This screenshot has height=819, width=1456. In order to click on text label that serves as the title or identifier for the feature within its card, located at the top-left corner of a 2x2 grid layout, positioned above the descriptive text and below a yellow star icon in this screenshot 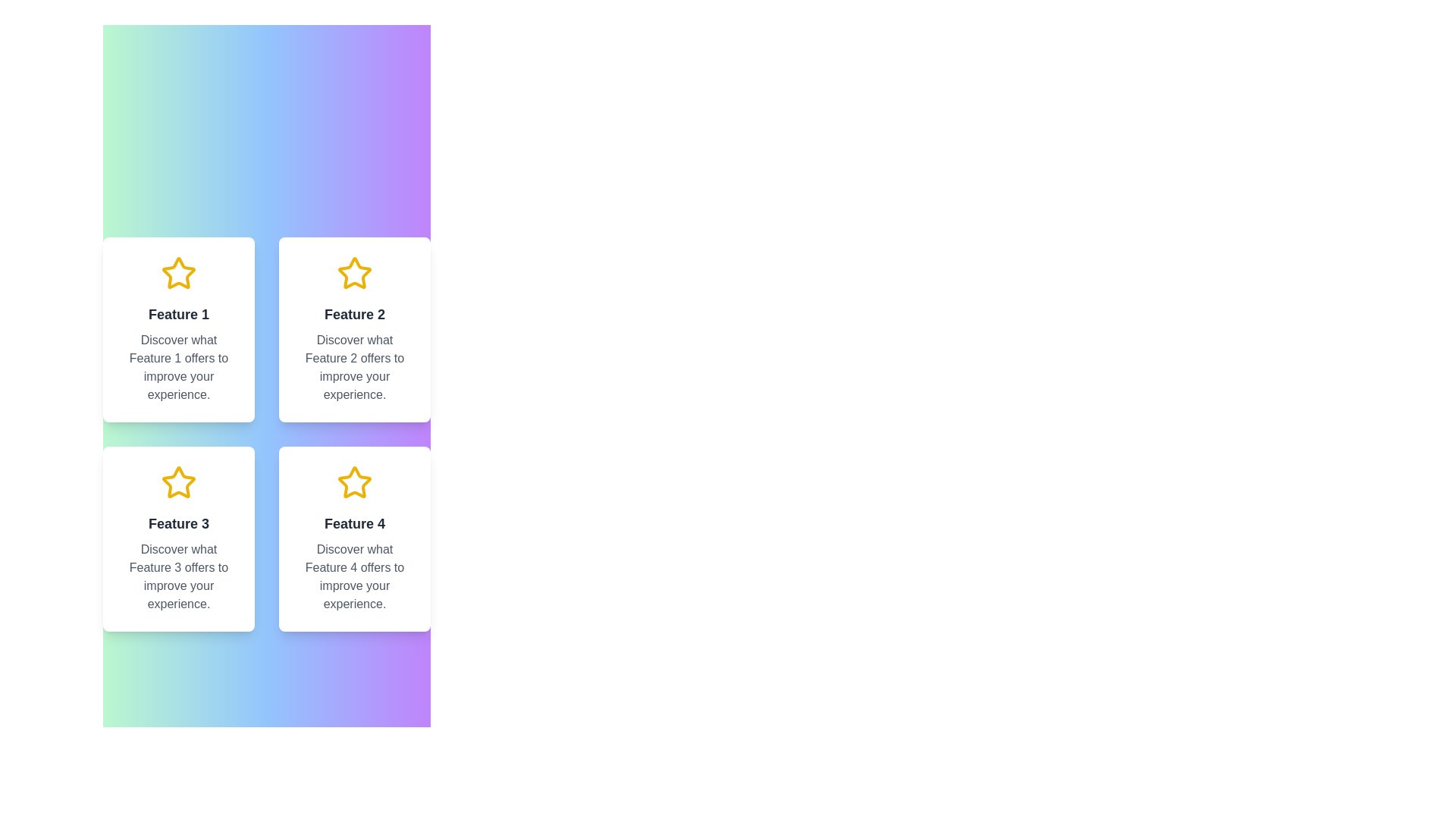, I will do `click(178, 314)`.